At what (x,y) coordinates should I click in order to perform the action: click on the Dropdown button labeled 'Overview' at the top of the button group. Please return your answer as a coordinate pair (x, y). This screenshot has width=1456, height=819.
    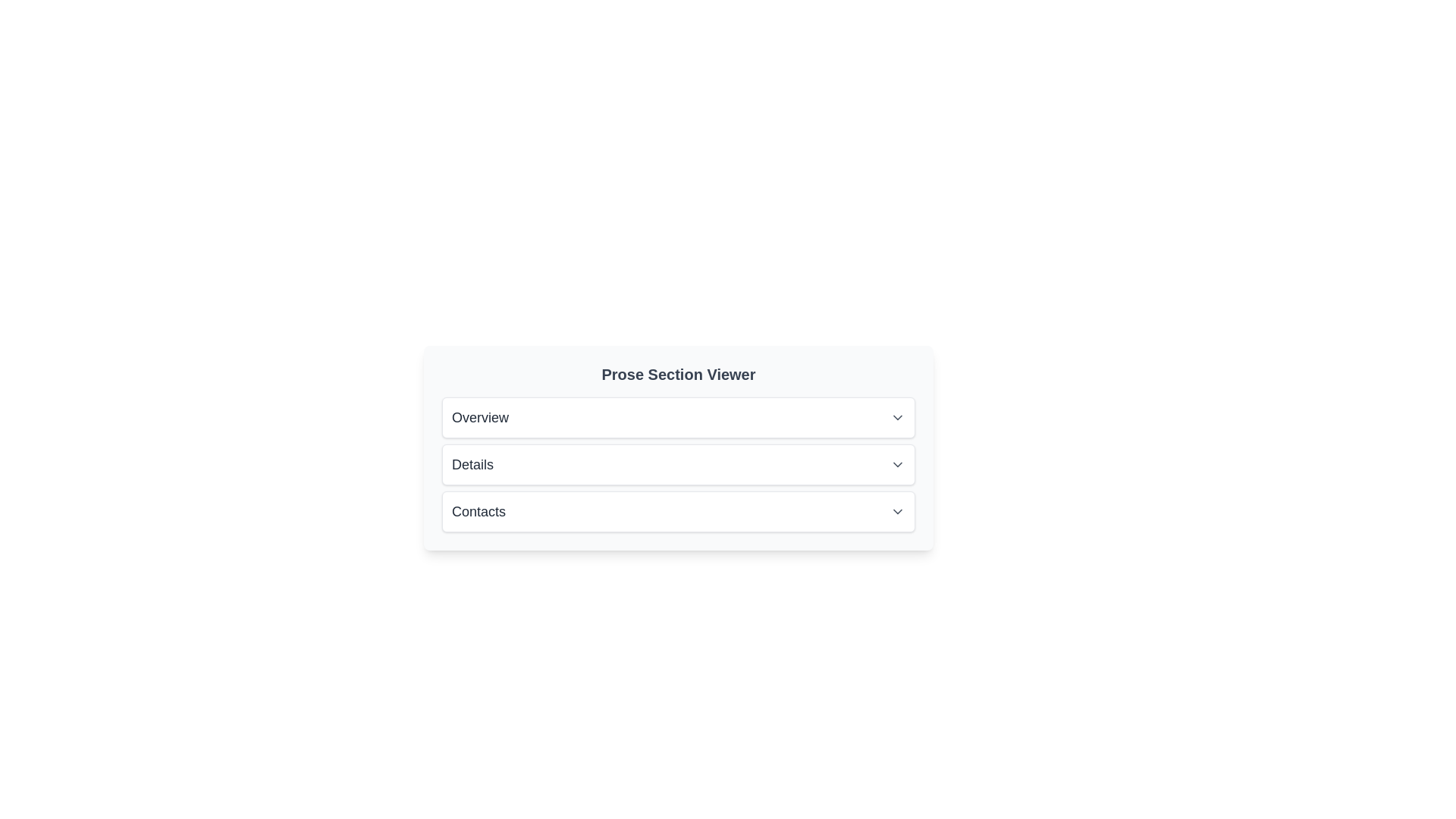
    Looking at the image, I should click on (677, 418).